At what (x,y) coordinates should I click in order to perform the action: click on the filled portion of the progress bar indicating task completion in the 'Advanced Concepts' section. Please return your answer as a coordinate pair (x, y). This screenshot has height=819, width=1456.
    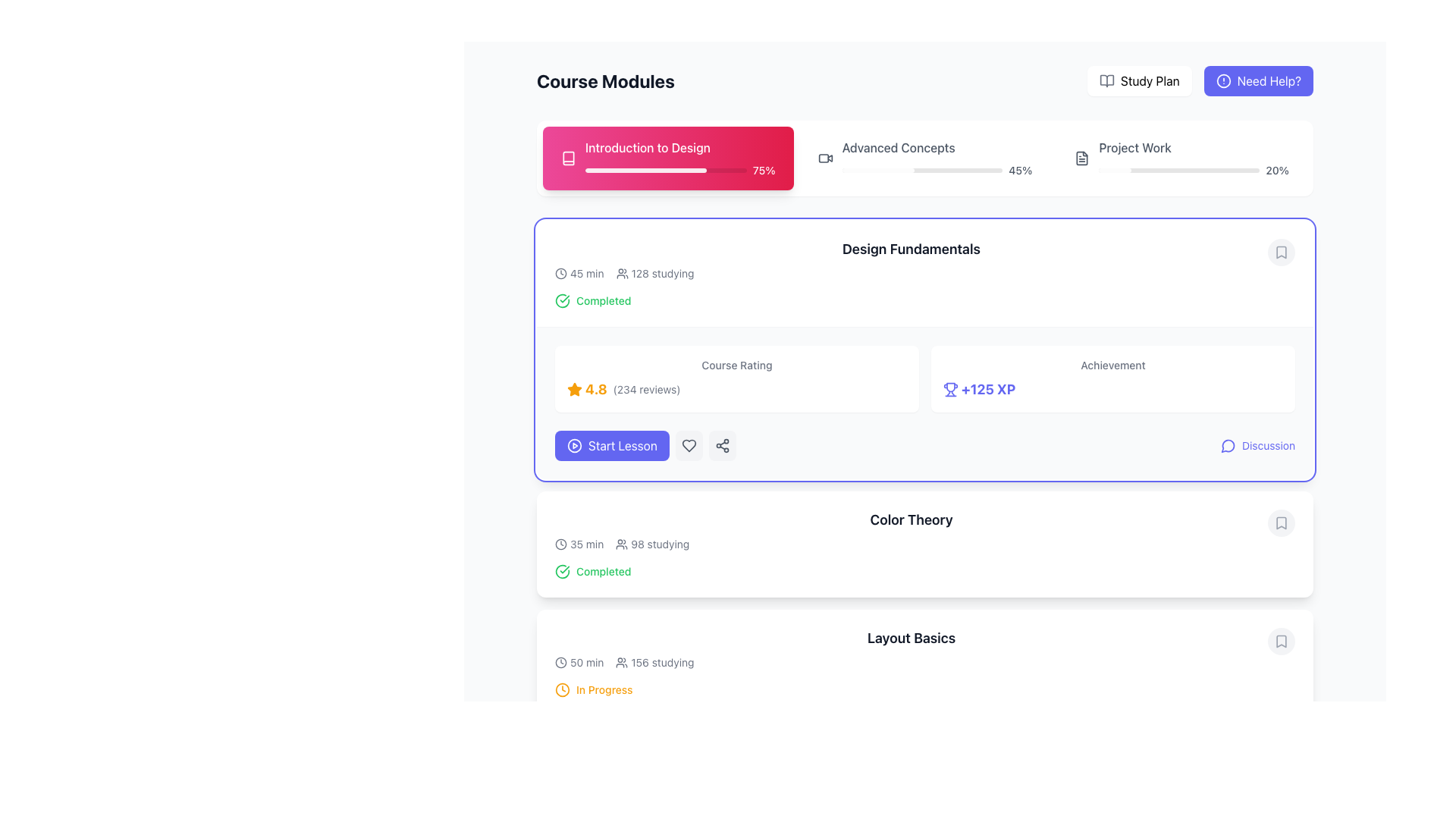
    Looking at the image, I should click on (878, 170).